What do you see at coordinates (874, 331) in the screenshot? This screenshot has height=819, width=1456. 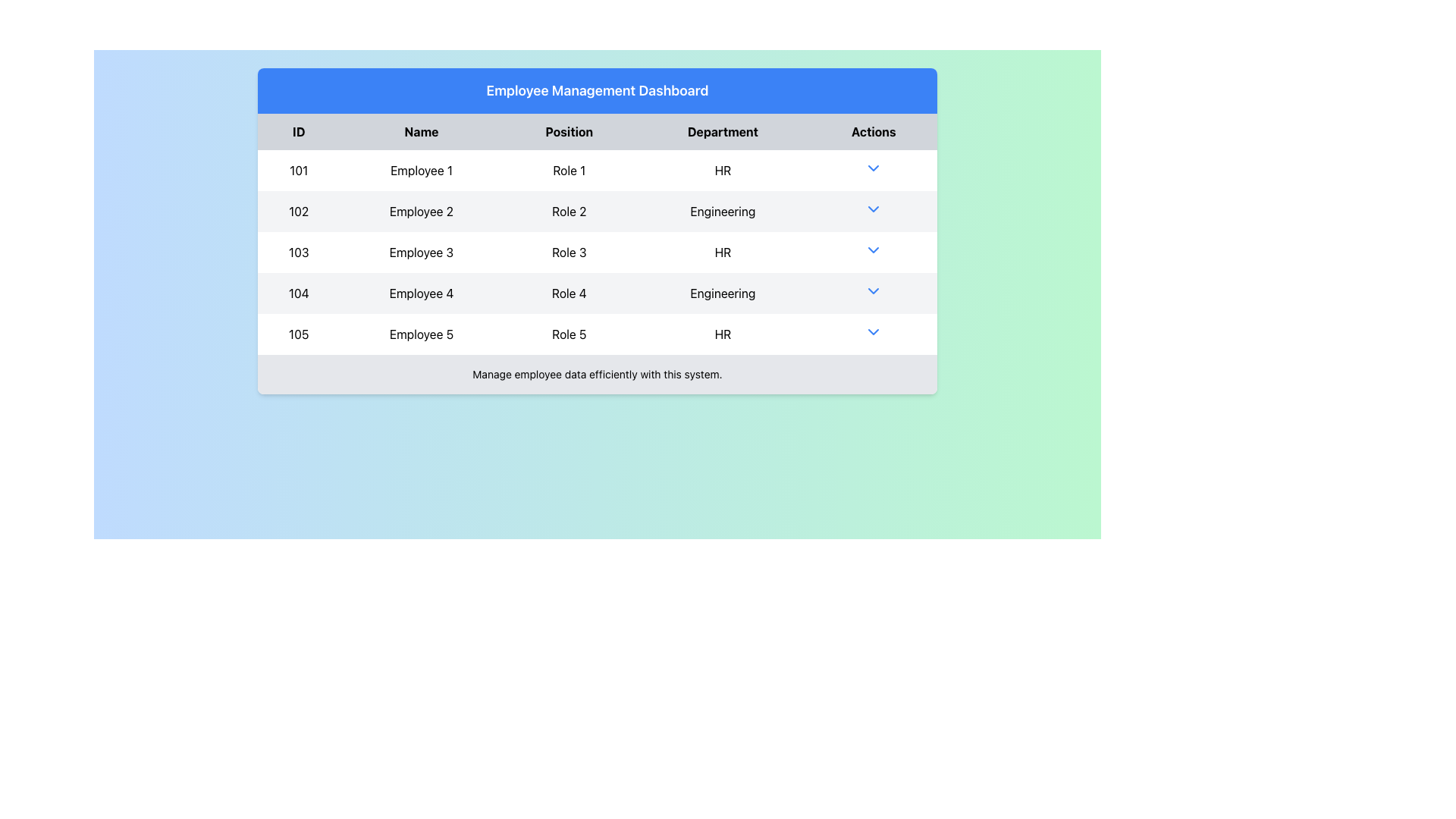 I see `the fifth chevron button in the 'Actions' column for 'Role 5' and 'HR'` at bounding box center [874, 331].